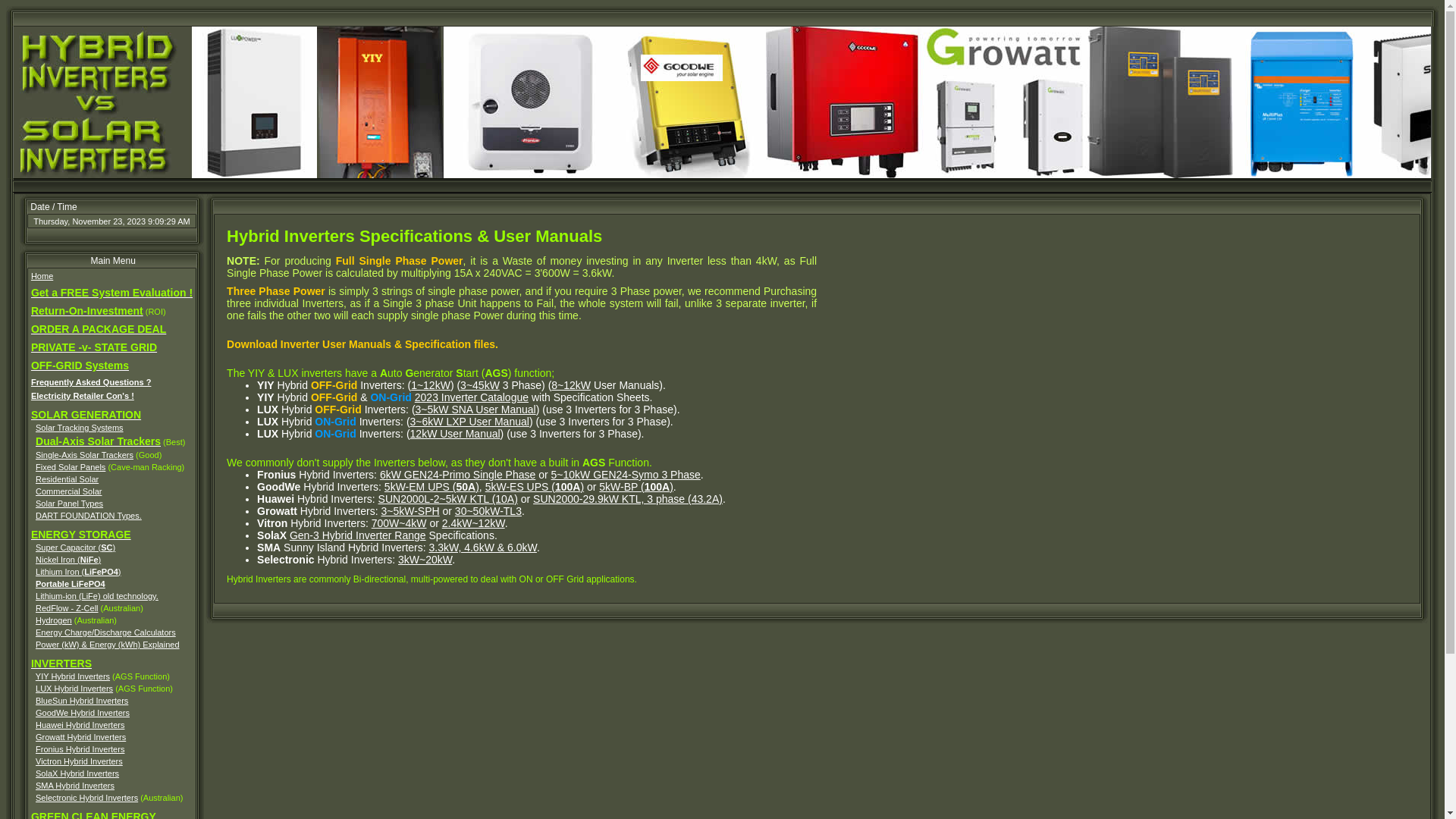  I want to click on 'Get a FREE System Evaluation !', so click(111, 293).